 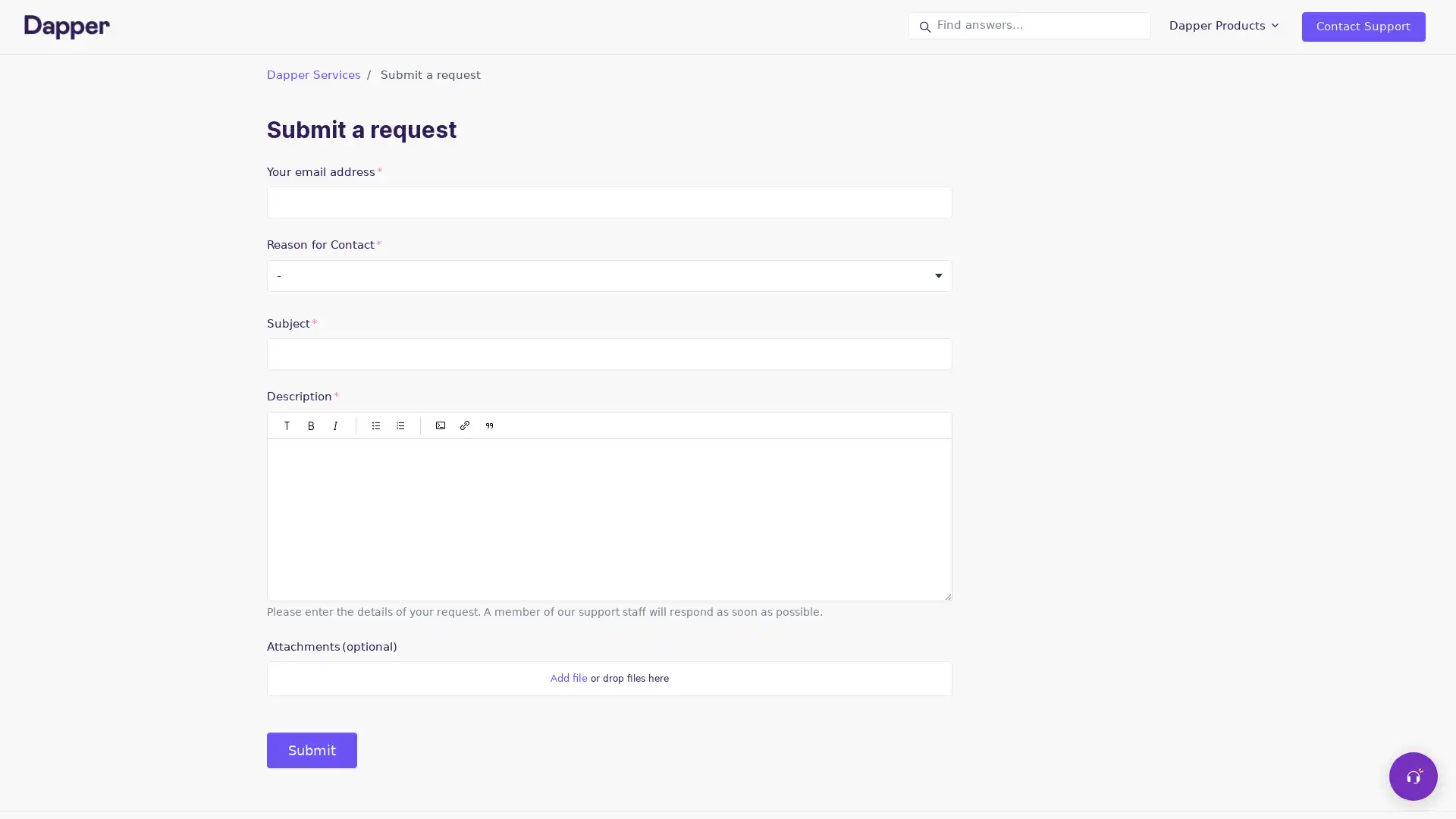 I want to click on Attachments(optional), so click(x=610, y=677).